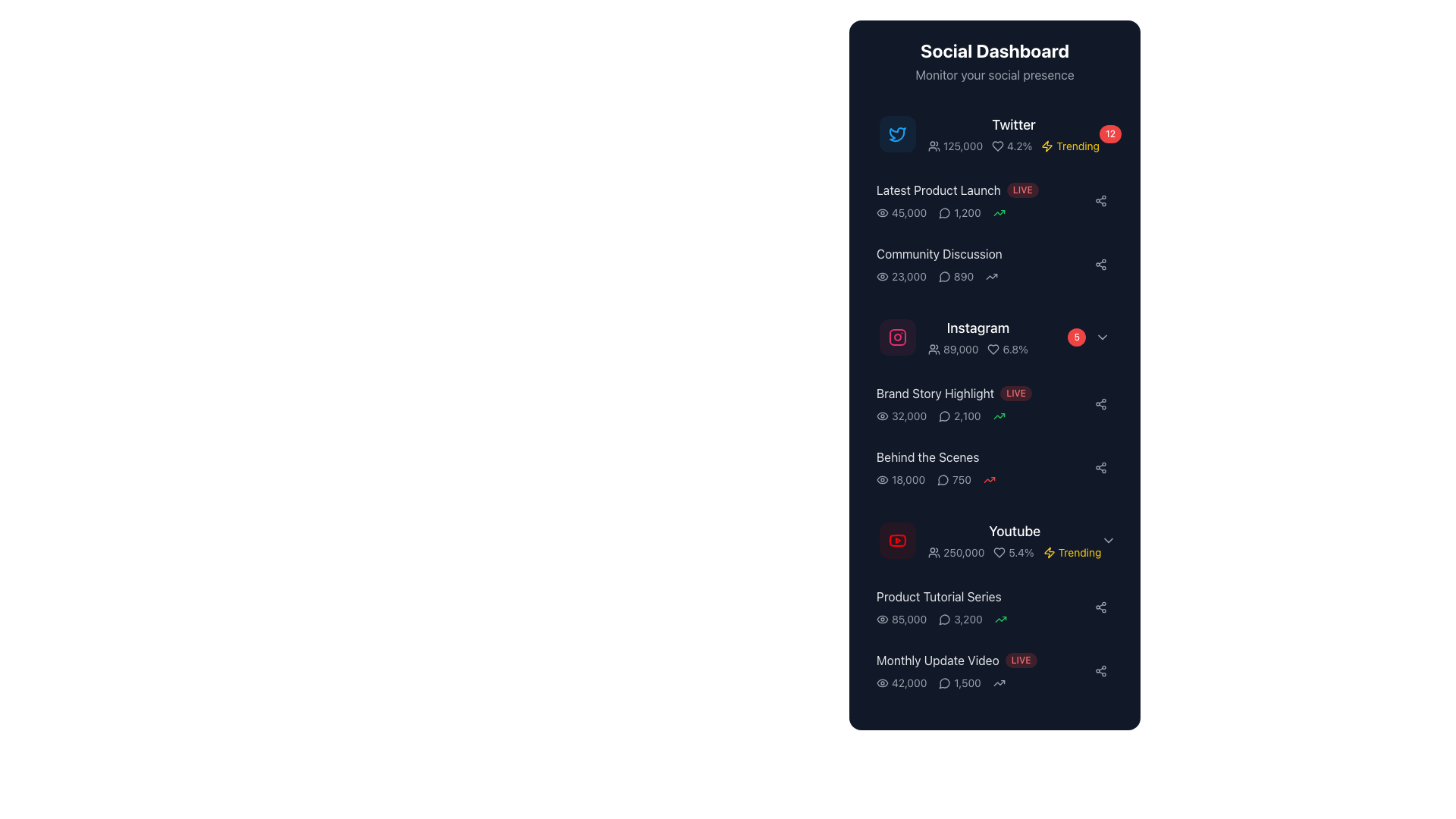 The height and width of the screenshot is (819, 1456). What do you see at coordinates (943, 416) in the screenshot?
I see `the outlined circle speech bubble icon located to the left of the Instagram section, indicating comment or message functionality` at bounding box center [943, 416].